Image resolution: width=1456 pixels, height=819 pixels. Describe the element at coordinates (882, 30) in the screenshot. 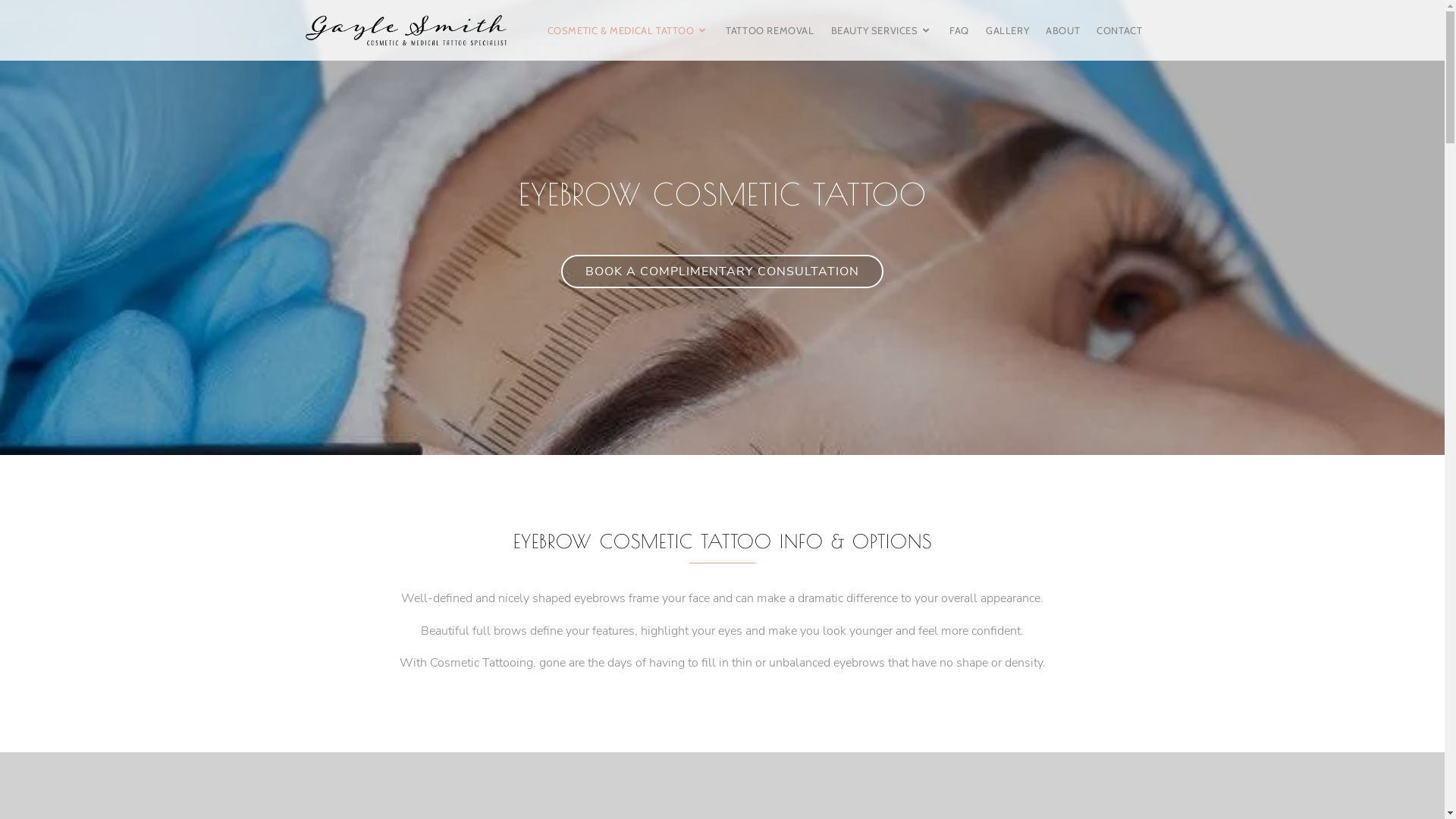

I see `'BEAUTY SERVICES'` at that location.